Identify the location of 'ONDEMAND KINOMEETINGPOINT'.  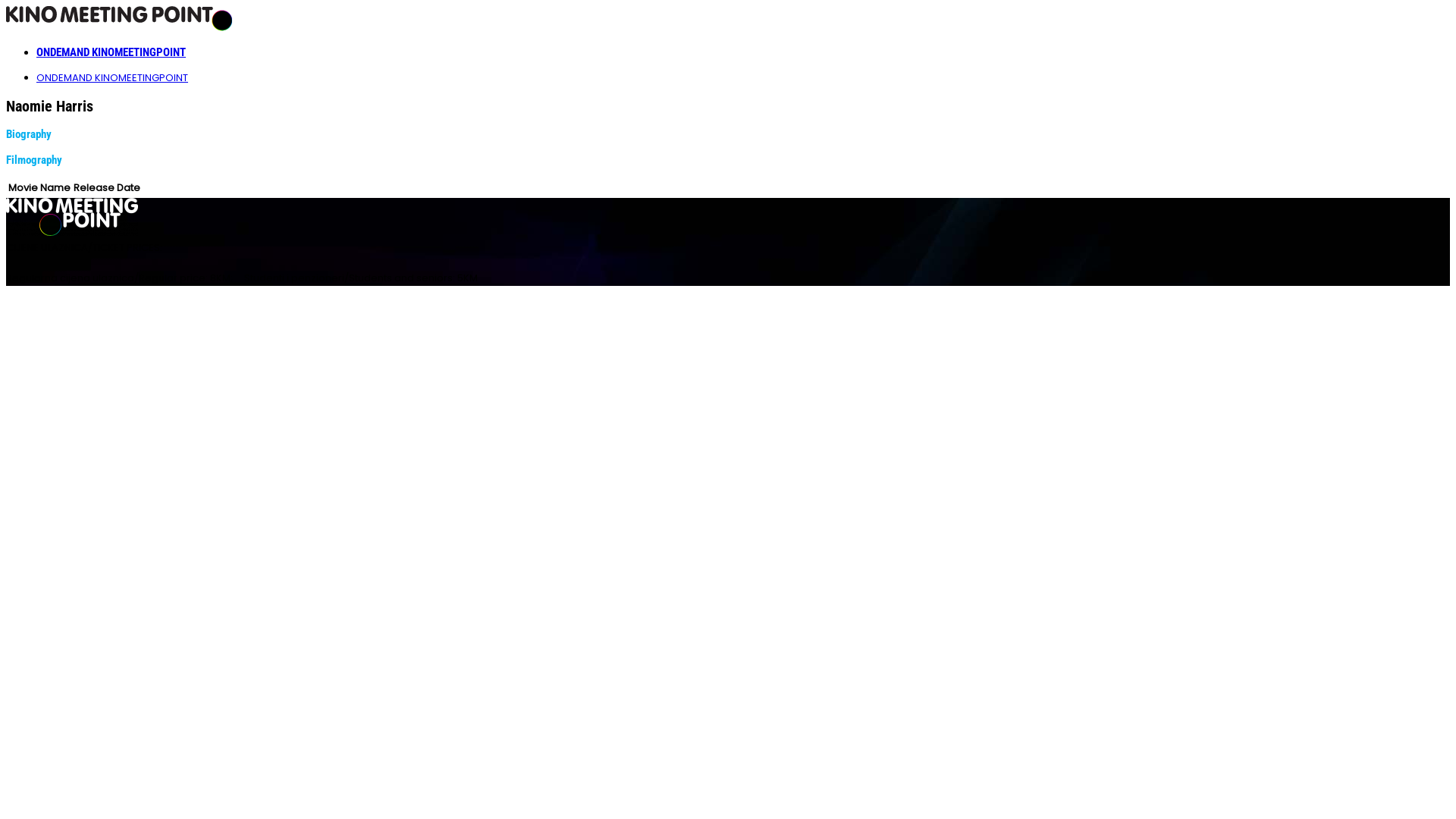
(36, 77).